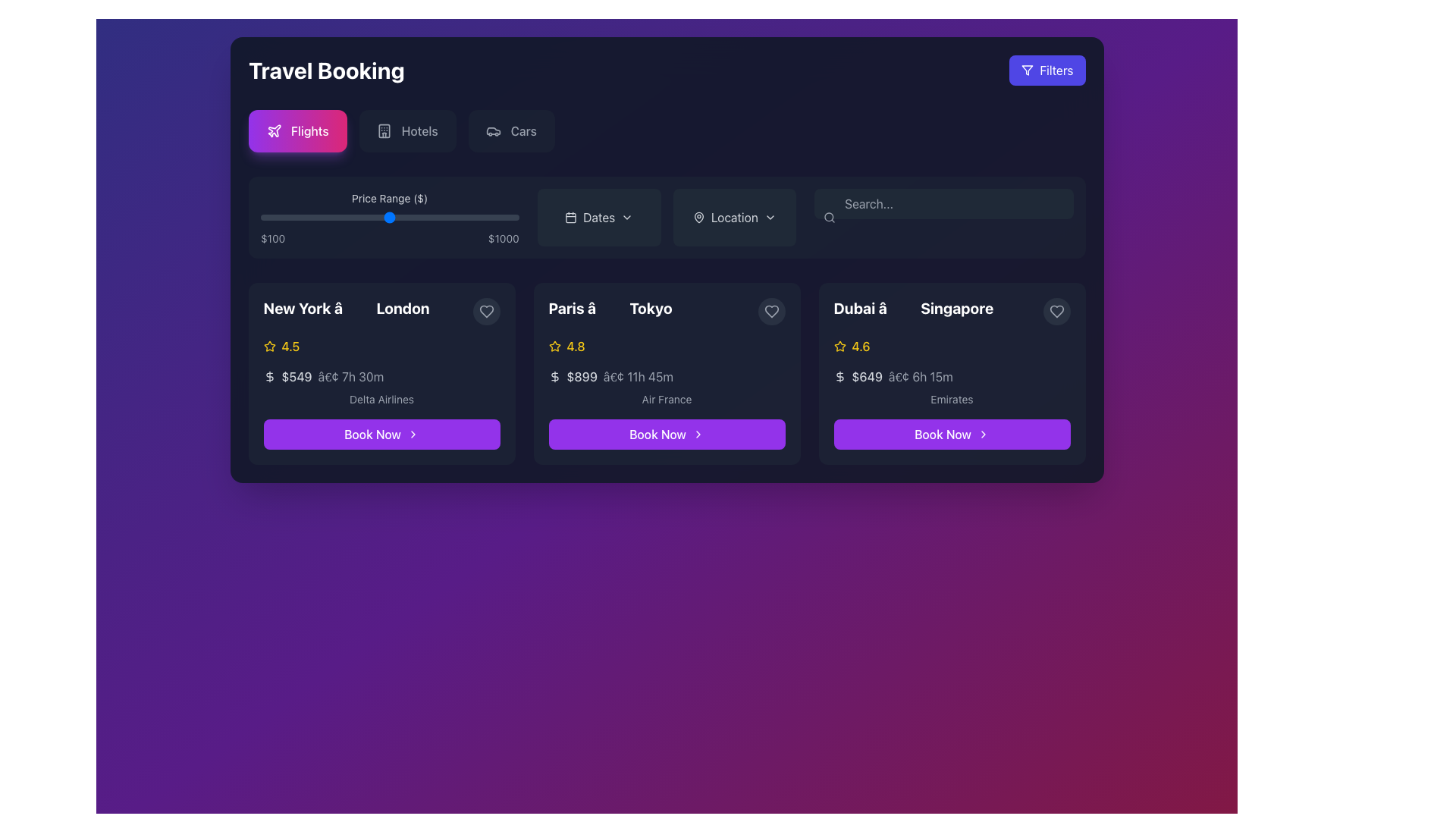 This screenshot has width=1456, height=819. I want to click on the third button in the horizontal navigation bar for car bookings, located adjacent to the 'Hotels' button, so click(511, 130).